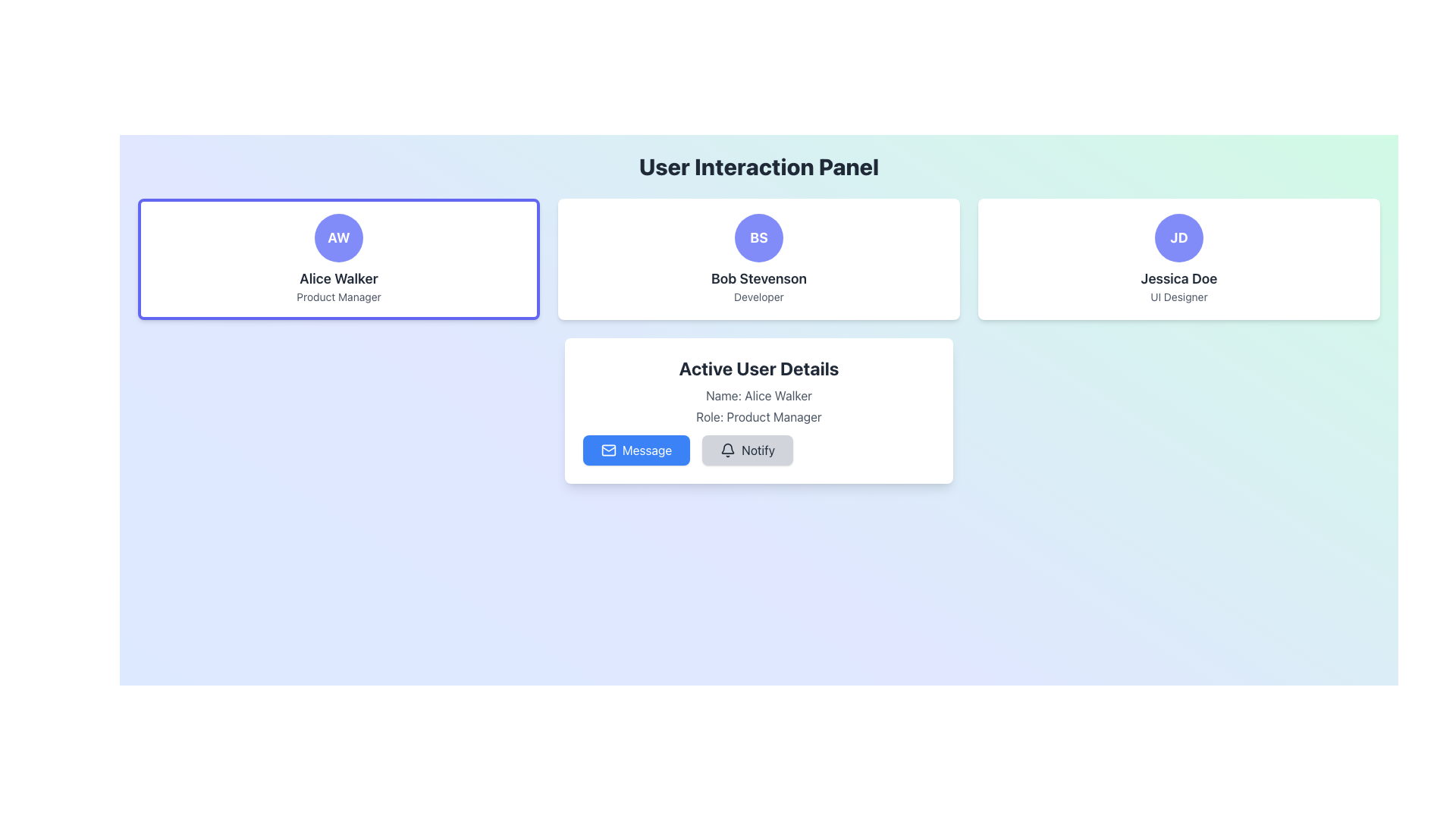 The width and height of the screenshot is (1456, 819). What do you see at coordinates (759, 450) in the screenshot?
I see `the 'Notify' button, which is a rectangular button with a bell icon and black text, located in the 'Active User Details' section, positioned to the right of the 'Message' button` at bounding box center [759, 450].